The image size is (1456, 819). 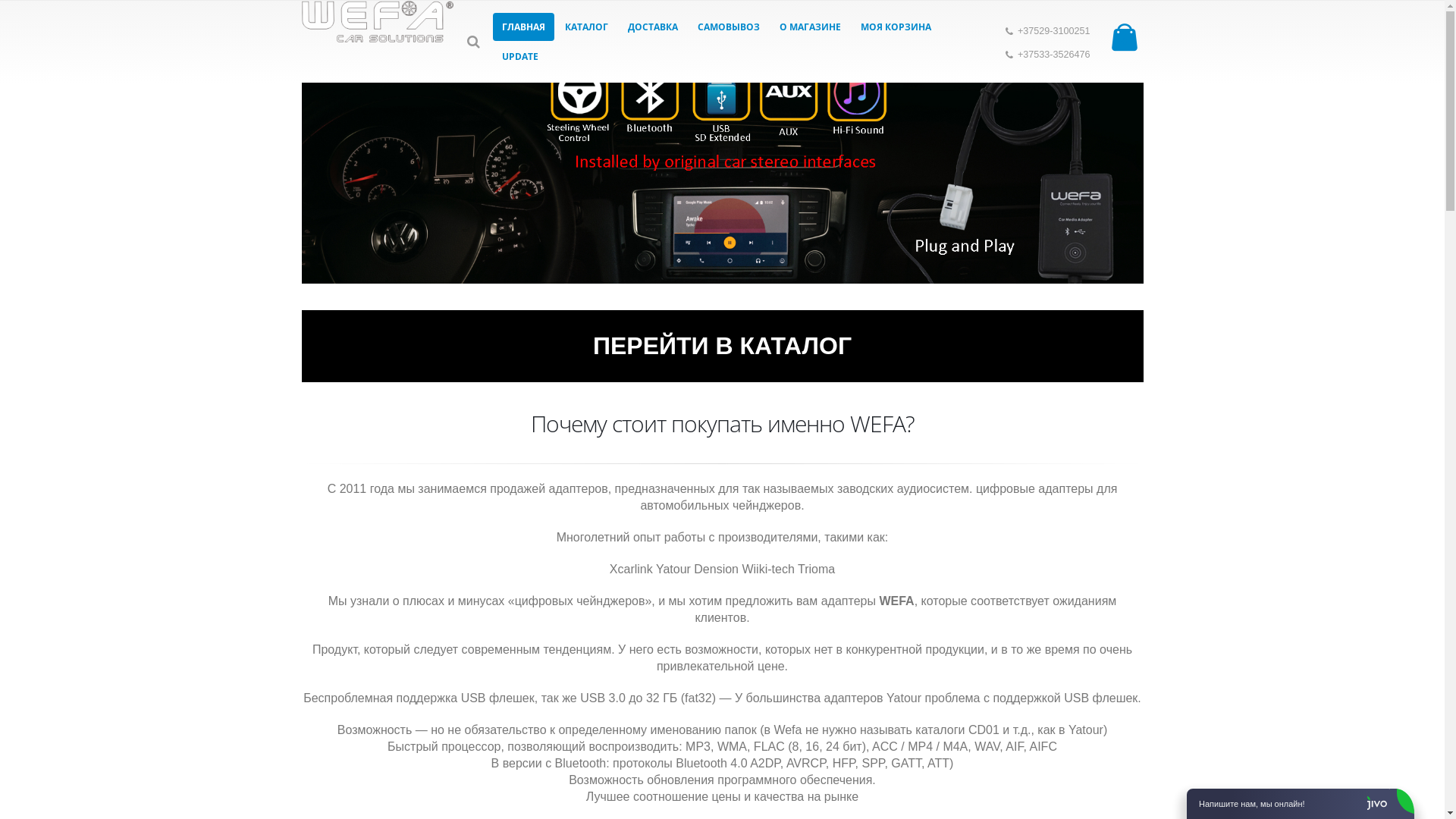 I want to click on 'UPDATE', so click(x=520, y=55).